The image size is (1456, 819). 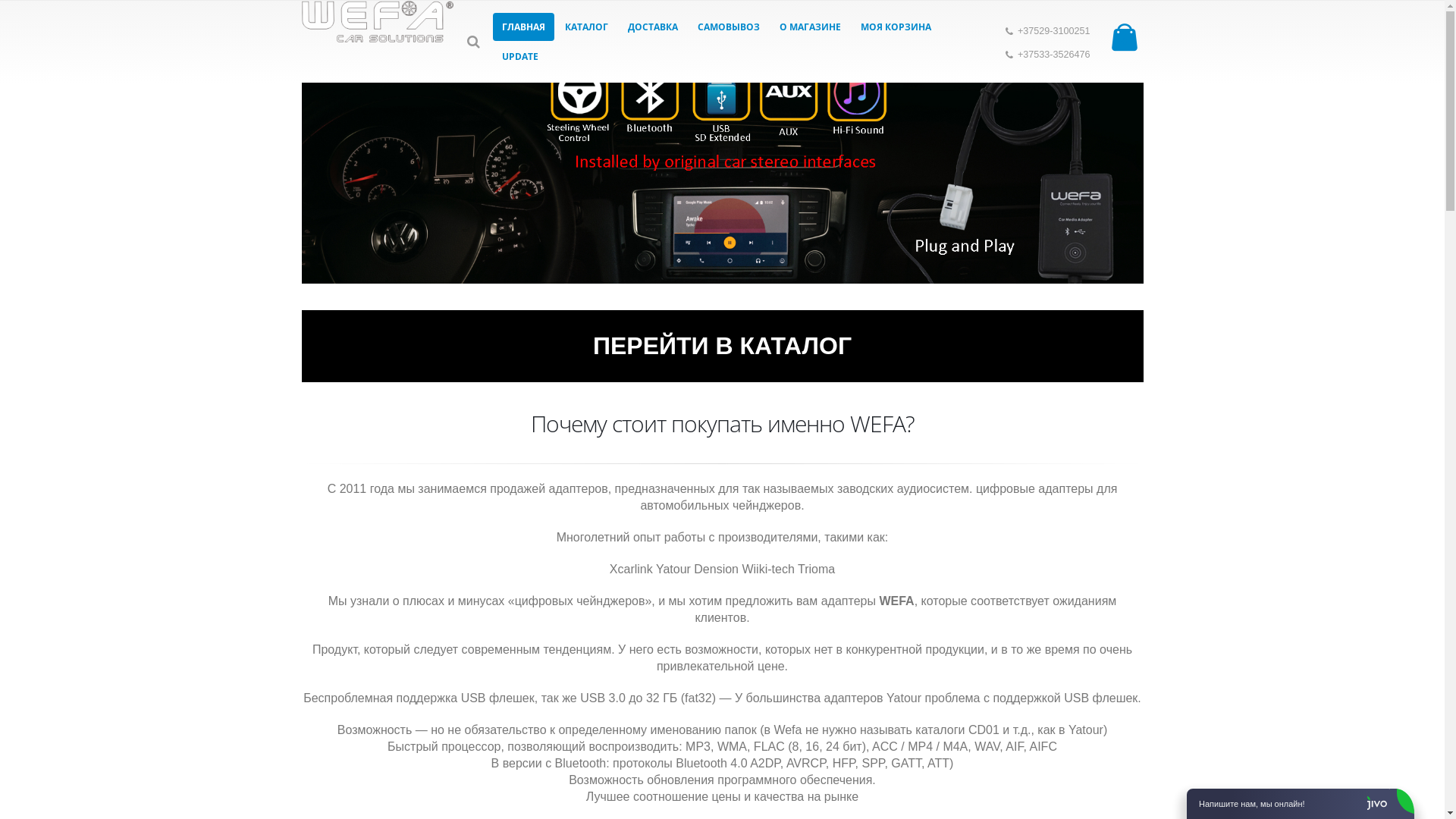 I want to click on 'UPDATE', so click(x=520, y=55).